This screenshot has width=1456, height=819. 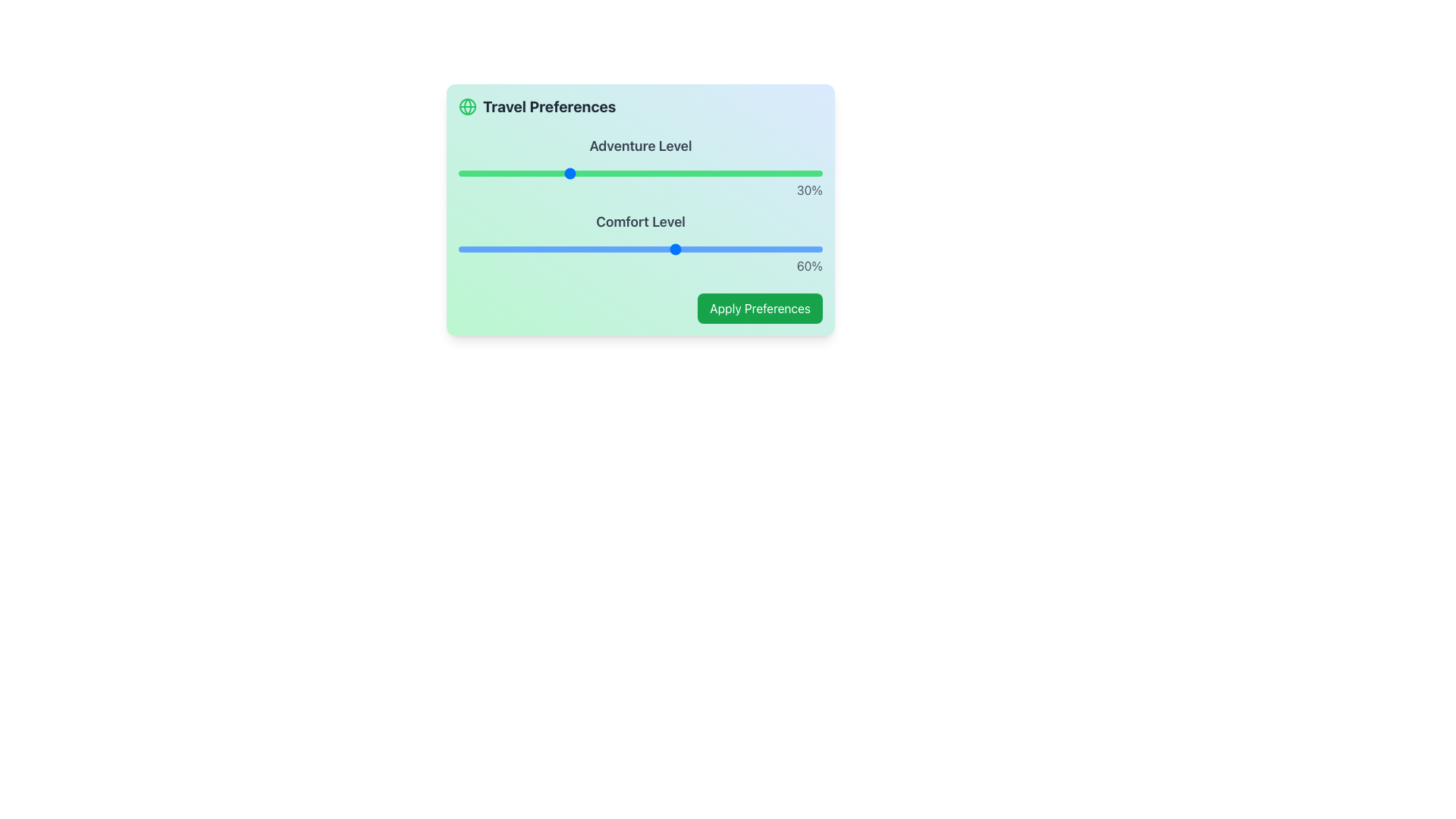 What do you see at coordinates (528, 172) in the screenshot?
I see `Adventure Level` at bounding box center [528, 172].